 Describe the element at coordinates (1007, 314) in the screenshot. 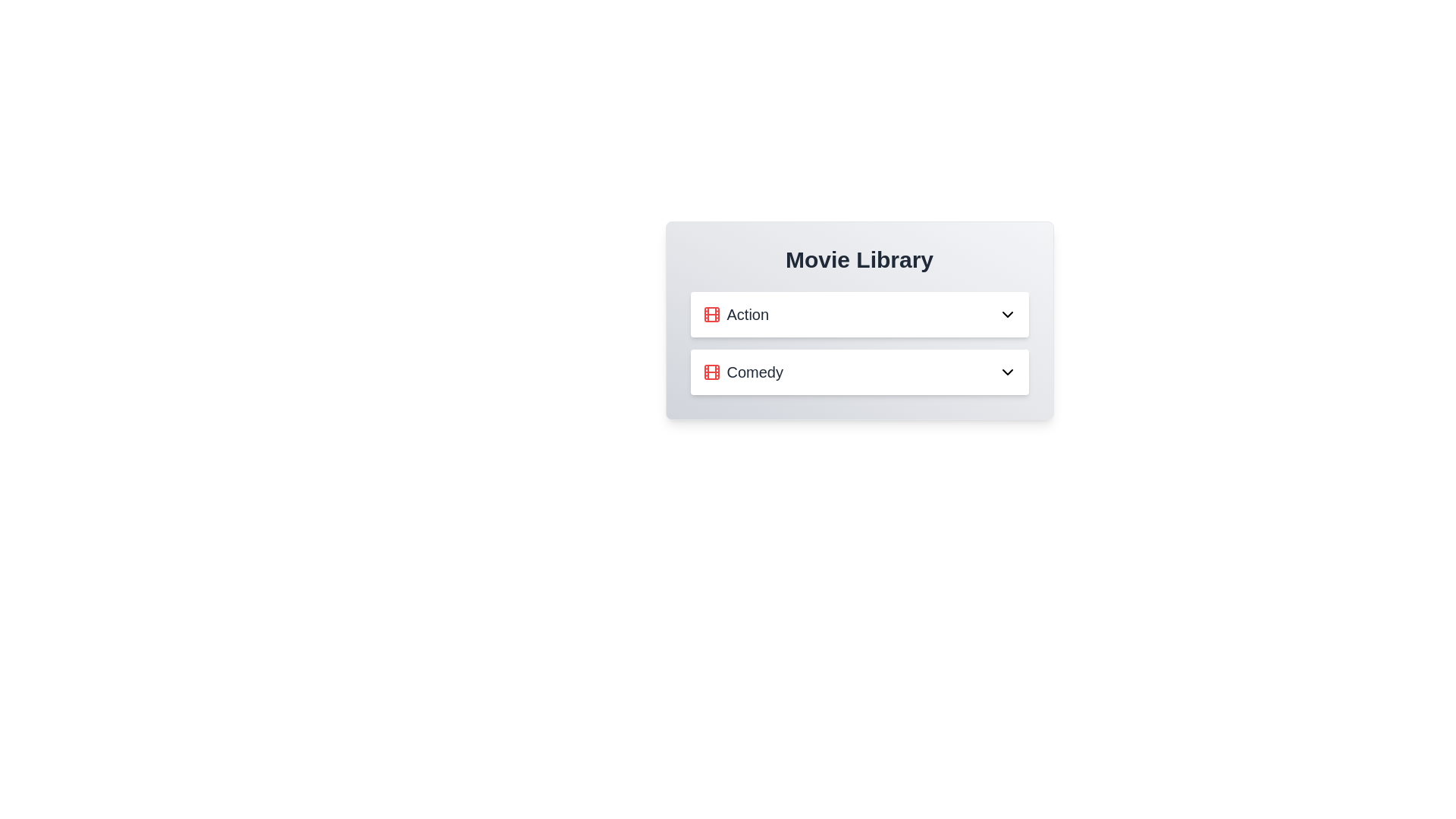

I see `the dropdown button of the Action category to expand it` at that location.